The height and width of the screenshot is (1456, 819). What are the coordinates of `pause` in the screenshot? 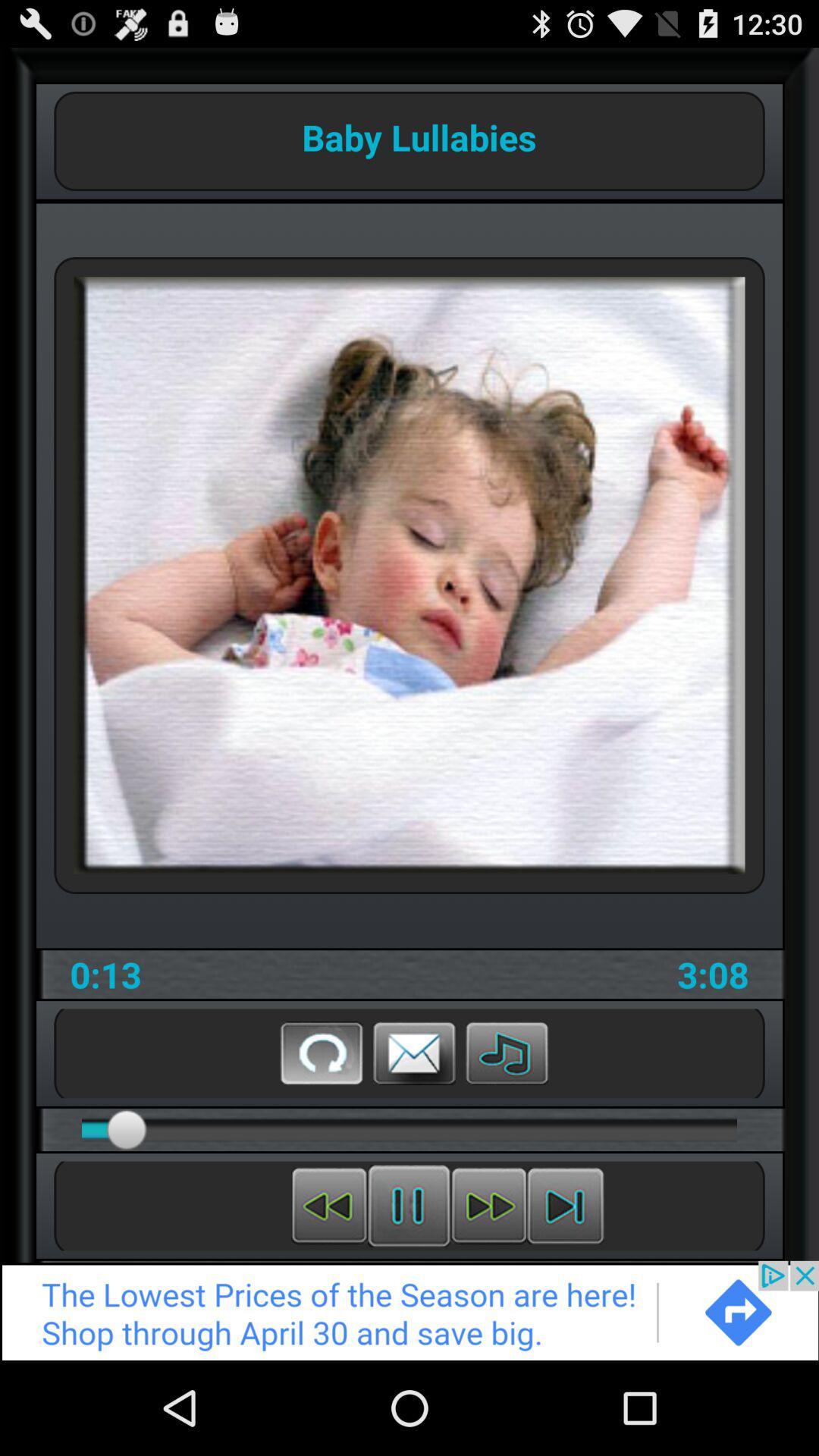 It's located at (408, 1205).